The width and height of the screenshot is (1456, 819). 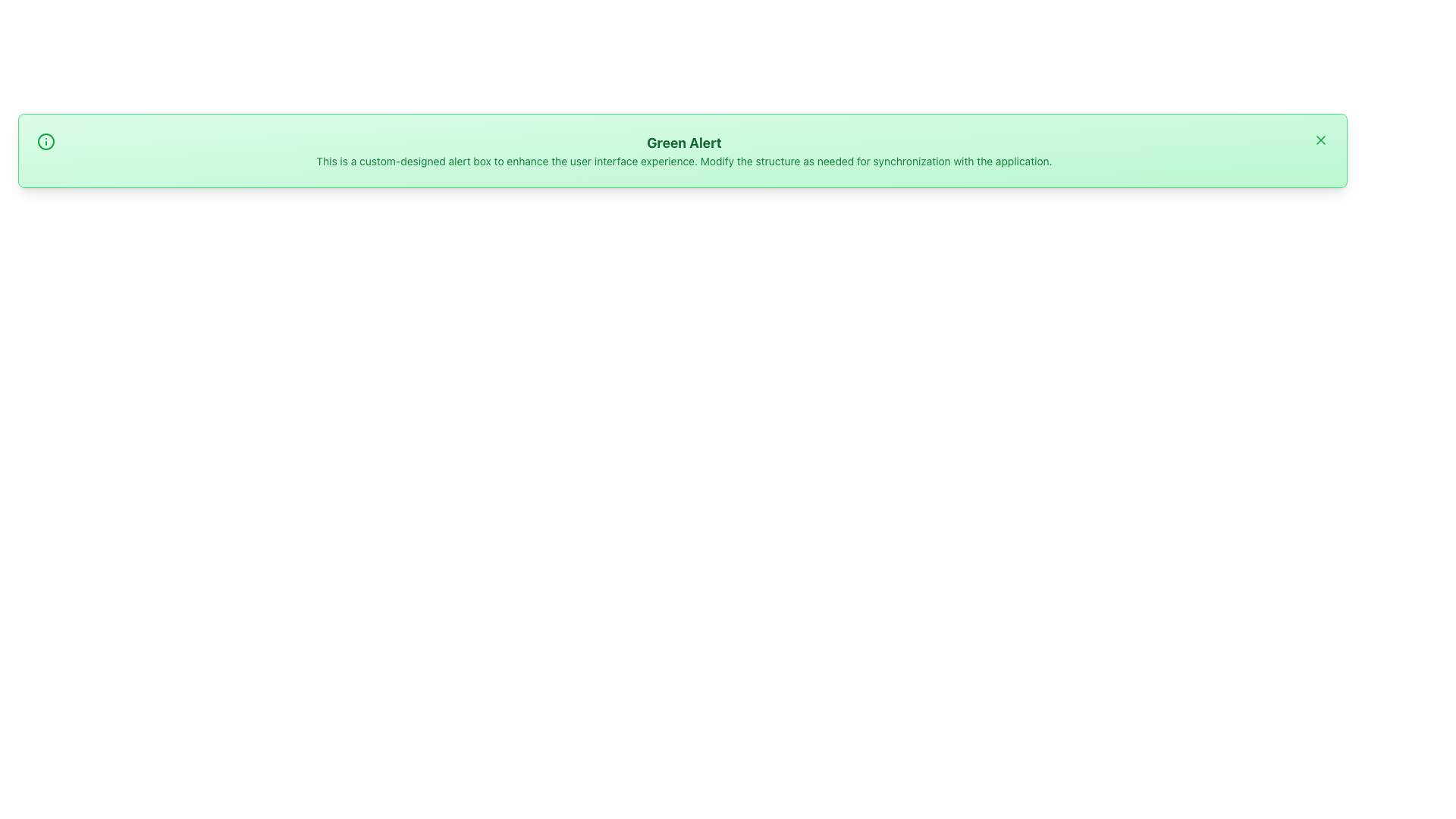 I want to click on the close button located at the top-right corner of the green notification bar for keyboard accessibility, so click(x=1320, y=140).